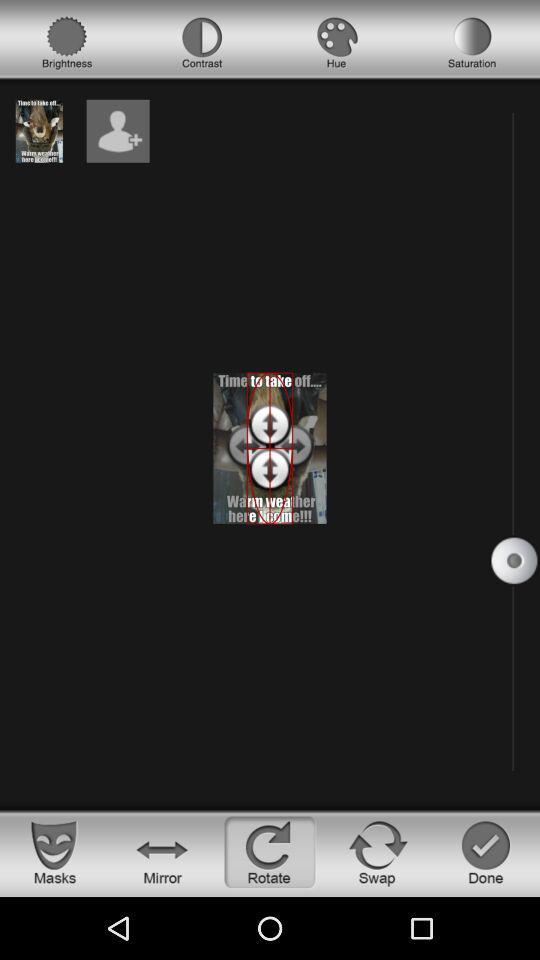  What do you see at coordinates (270, 851) in the screenshot?
I see `the refresh icon` at bounding box center [270, 851].